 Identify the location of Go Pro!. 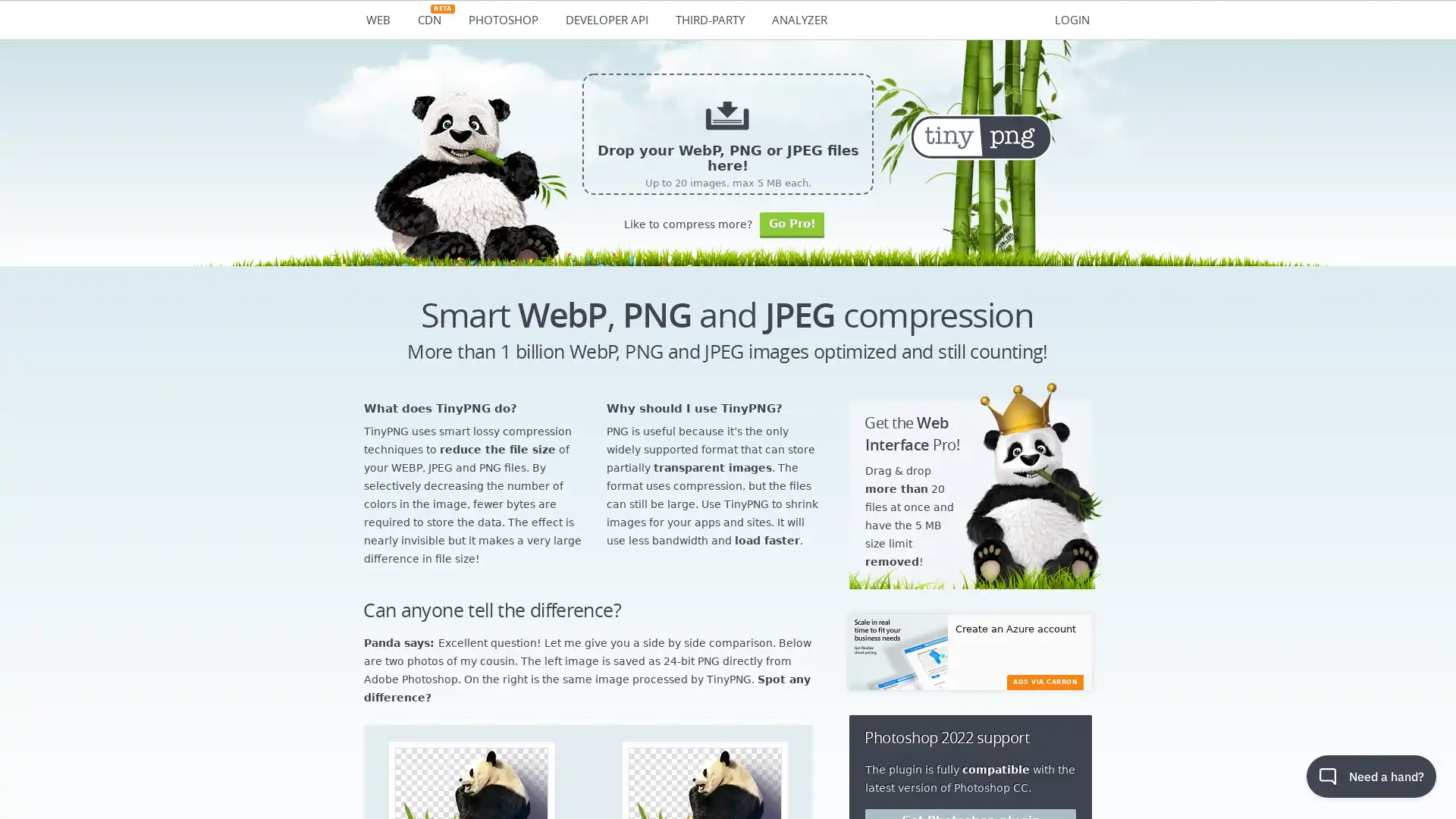
(790, 224).